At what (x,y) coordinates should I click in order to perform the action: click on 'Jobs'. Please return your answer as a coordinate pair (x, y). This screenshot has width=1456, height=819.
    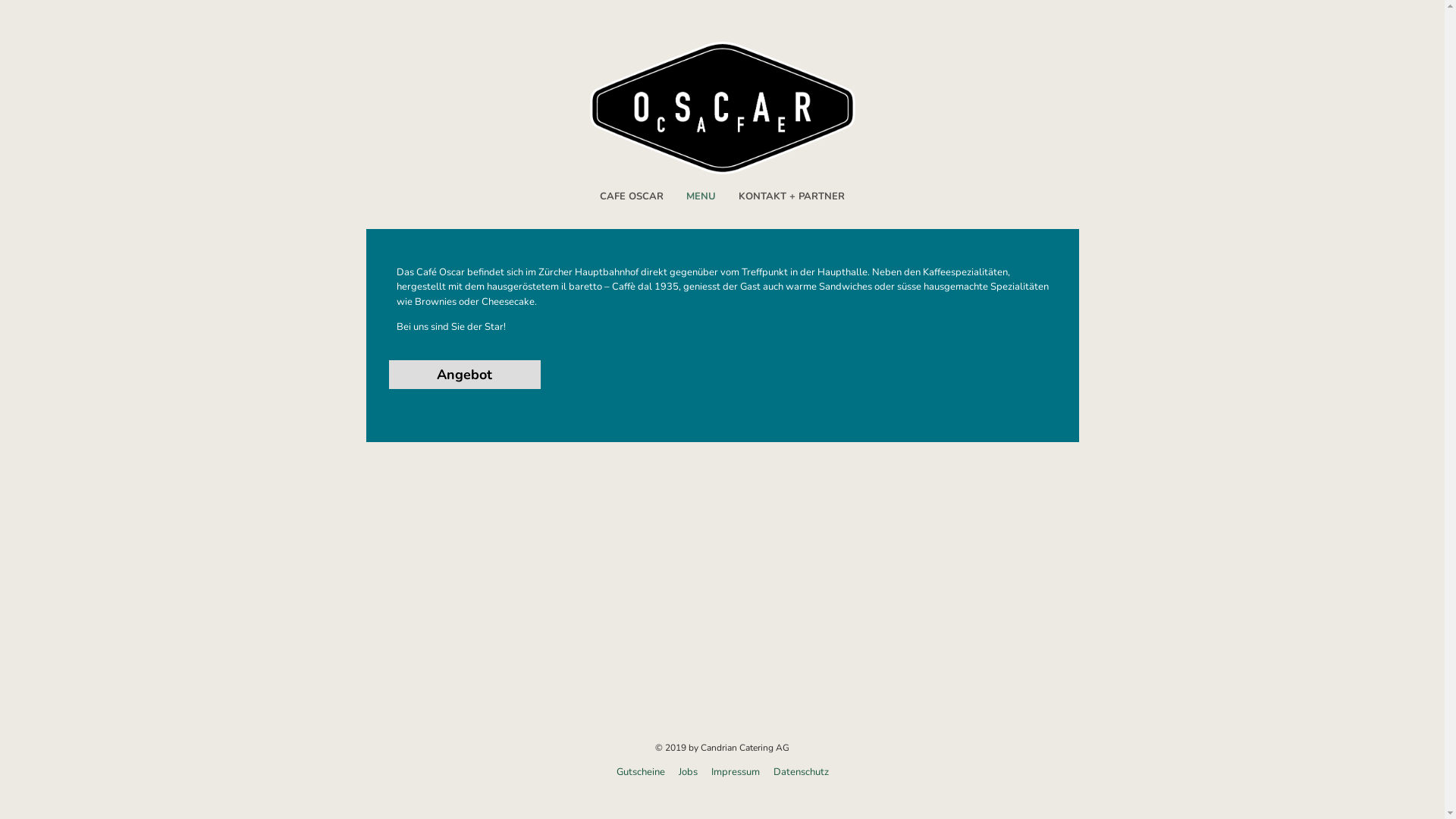
    Looking at the image, I should click on (682, 772).